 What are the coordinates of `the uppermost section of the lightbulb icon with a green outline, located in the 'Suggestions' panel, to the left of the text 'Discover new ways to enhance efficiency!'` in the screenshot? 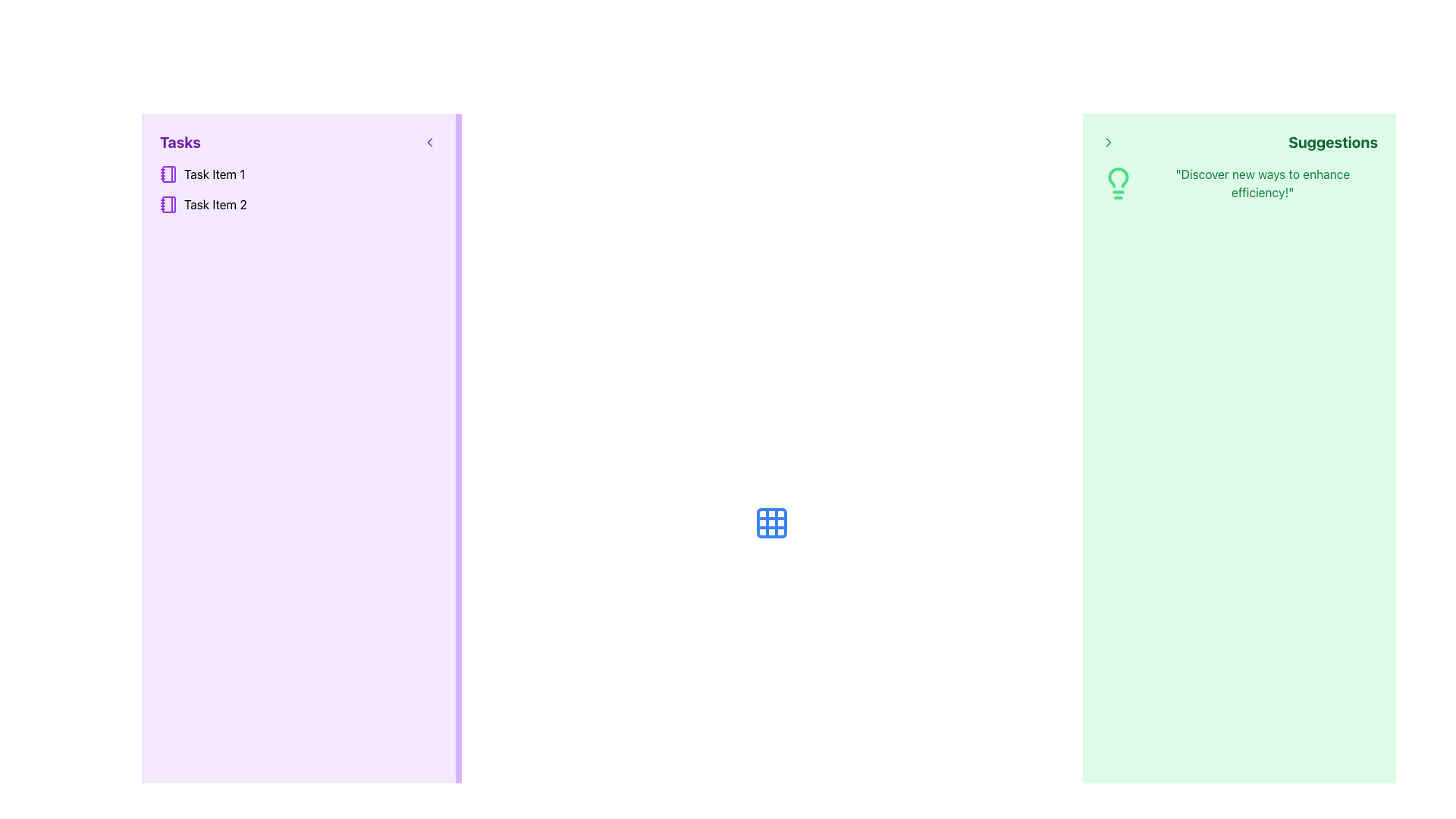 It's located at (1118, 177).